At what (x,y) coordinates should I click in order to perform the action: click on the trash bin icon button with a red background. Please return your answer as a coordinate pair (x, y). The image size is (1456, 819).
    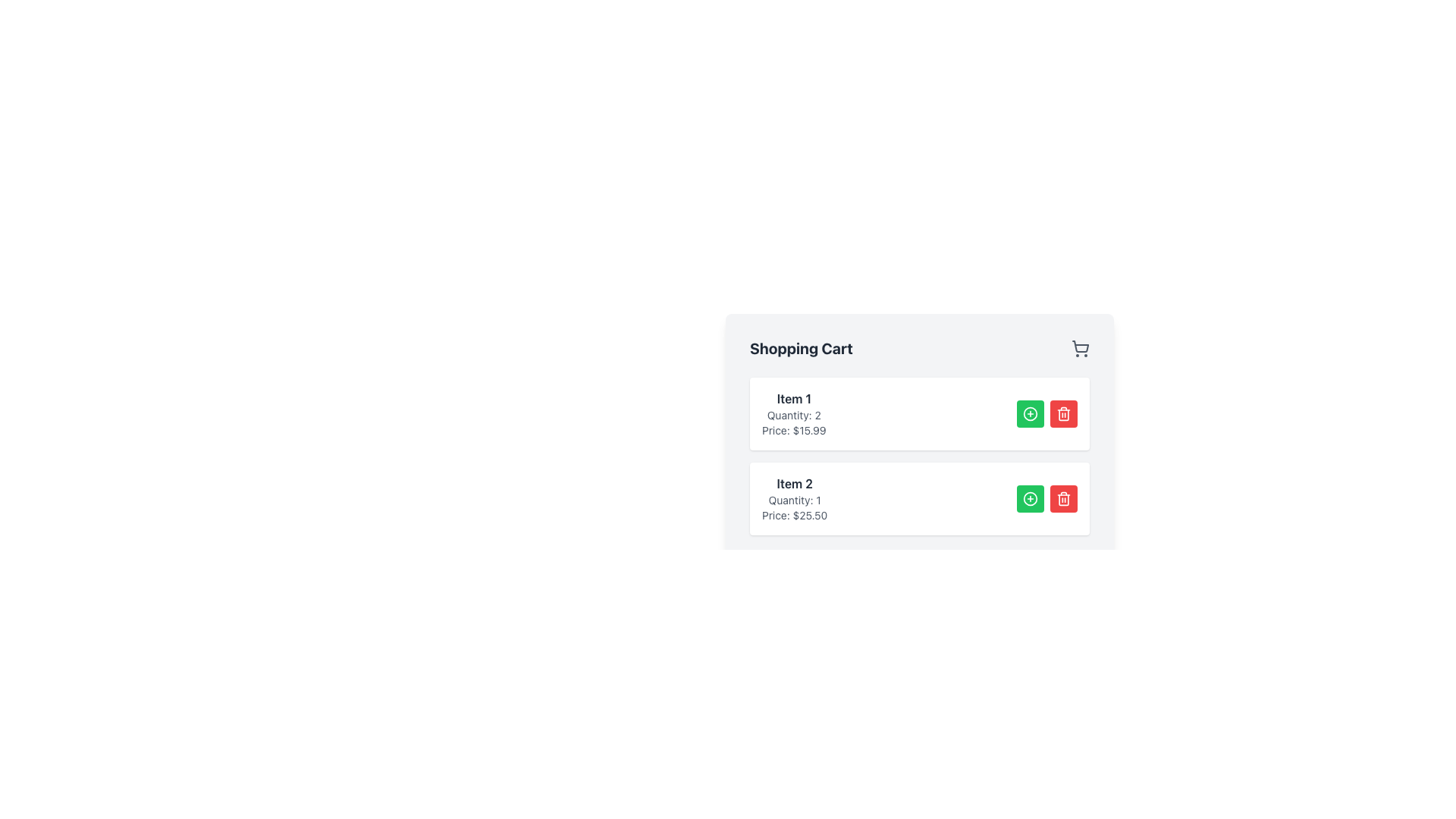
    Looking at the image, I should click on (1062, 499).